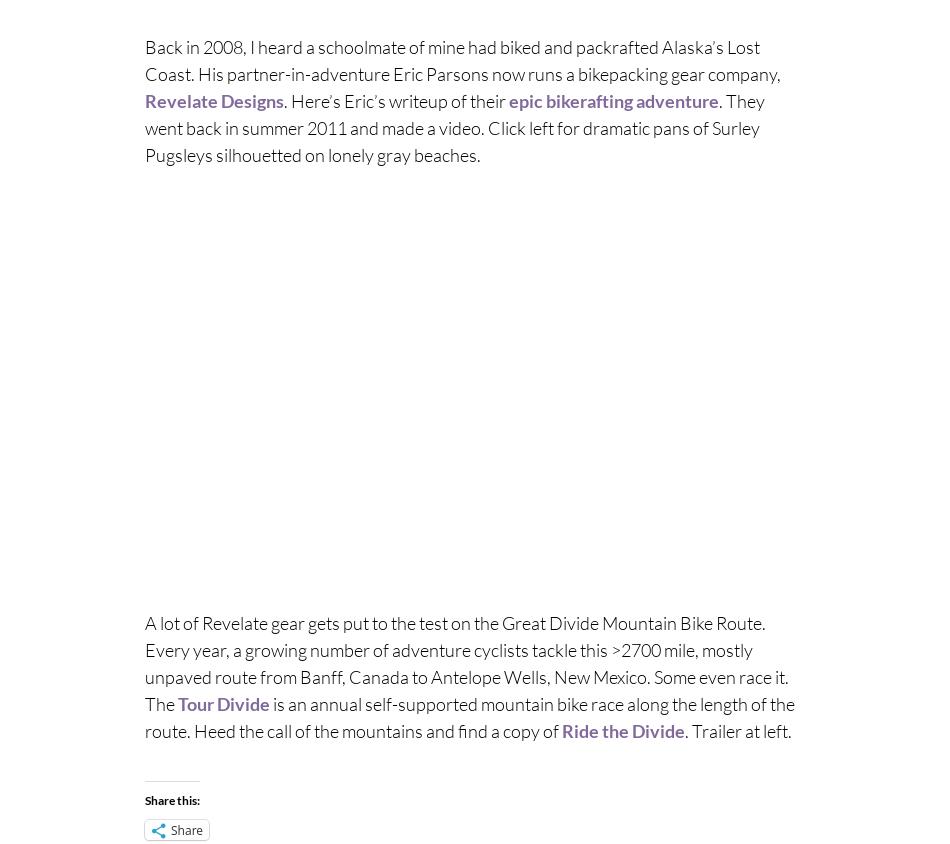 This screenshot has height=844, width=950. I want to click on 'Share this:', so click(172, 799).